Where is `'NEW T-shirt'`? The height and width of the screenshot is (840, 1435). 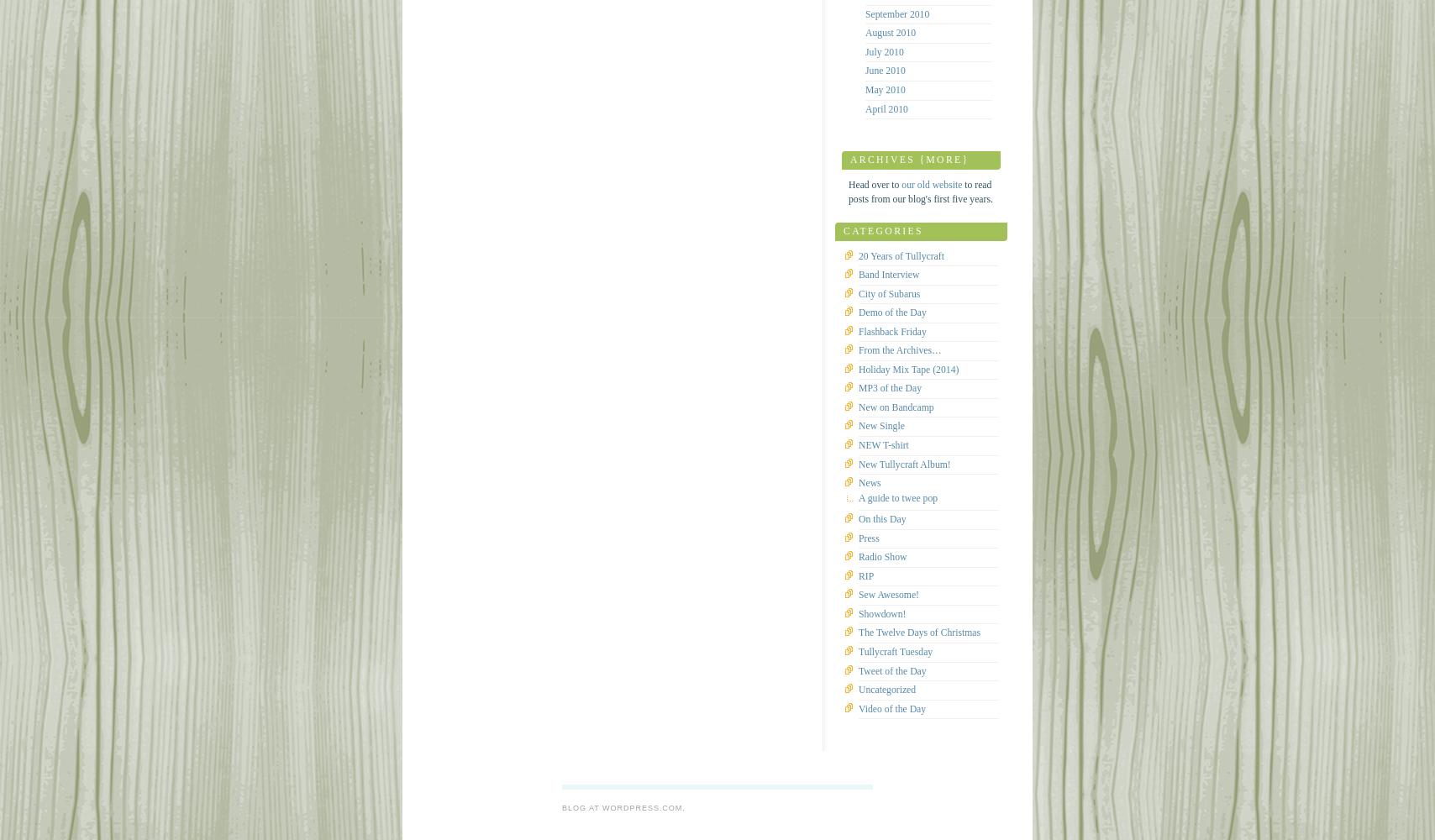
'NEW T-shirt' is located at coordinates (883, 444).